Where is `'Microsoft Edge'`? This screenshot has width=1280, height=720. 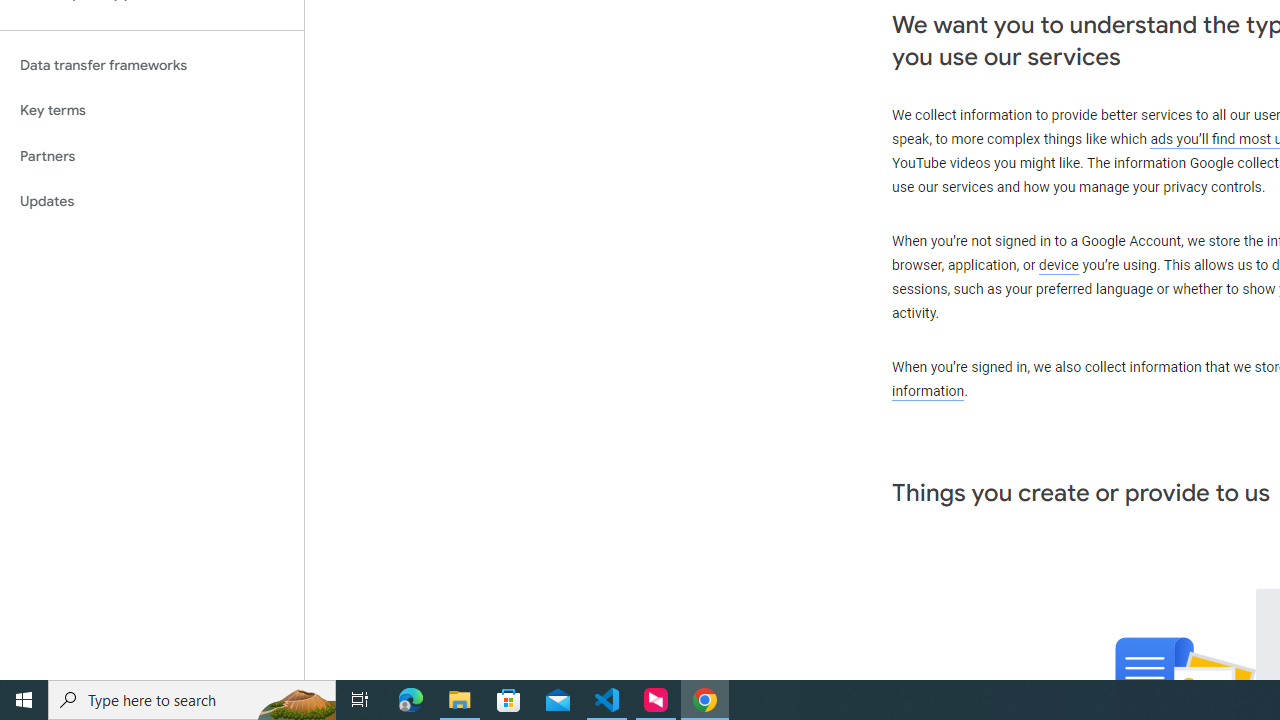 'Microsoft Edge' is located at coordinates (410, 698).